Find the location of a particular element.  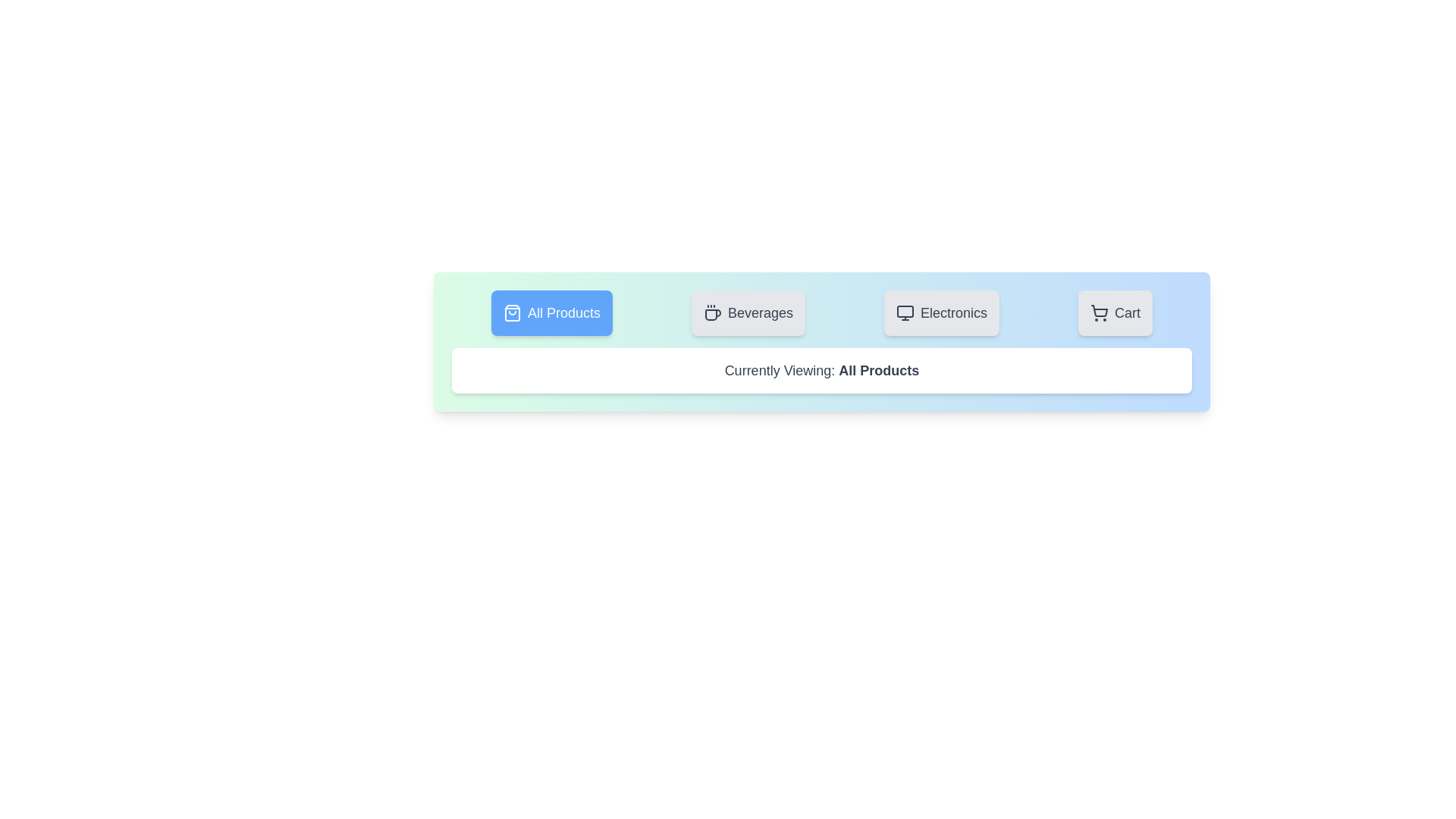

the tab labeled 'All Products' to observe its visual feedback is located at coordinates (551, 312).